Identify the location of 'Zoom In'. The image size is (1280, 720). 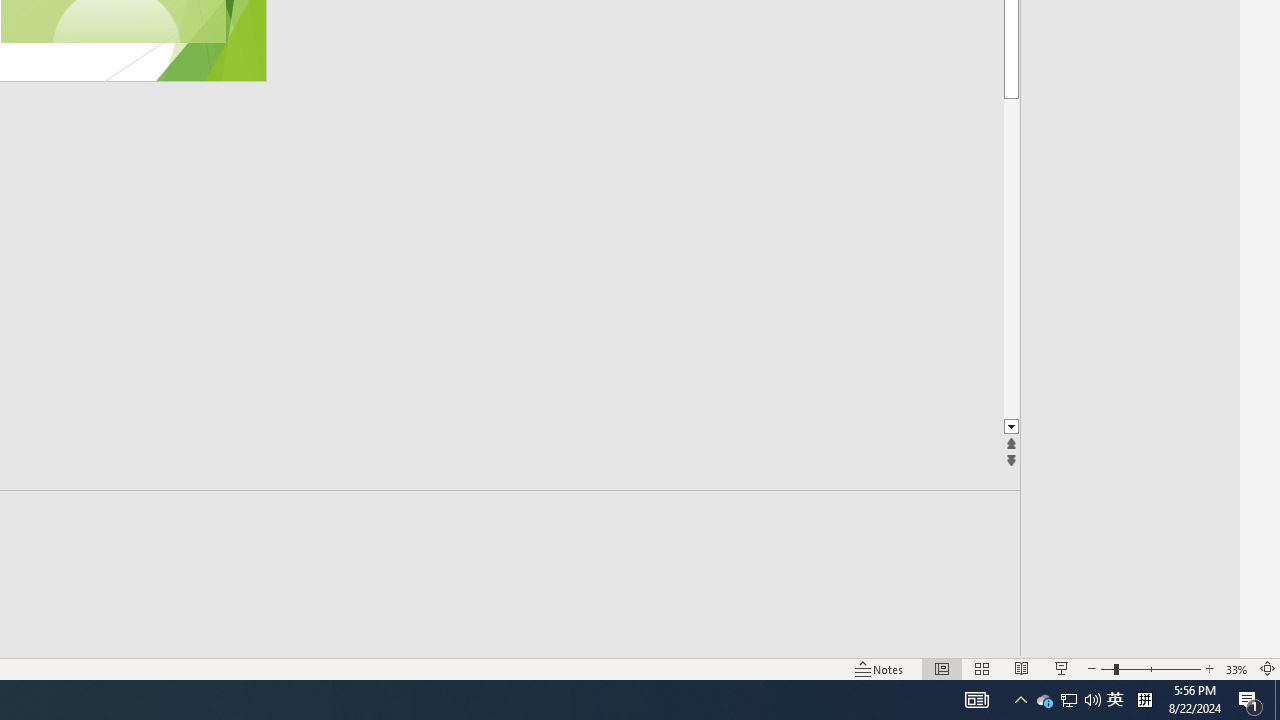
(1208, 669).